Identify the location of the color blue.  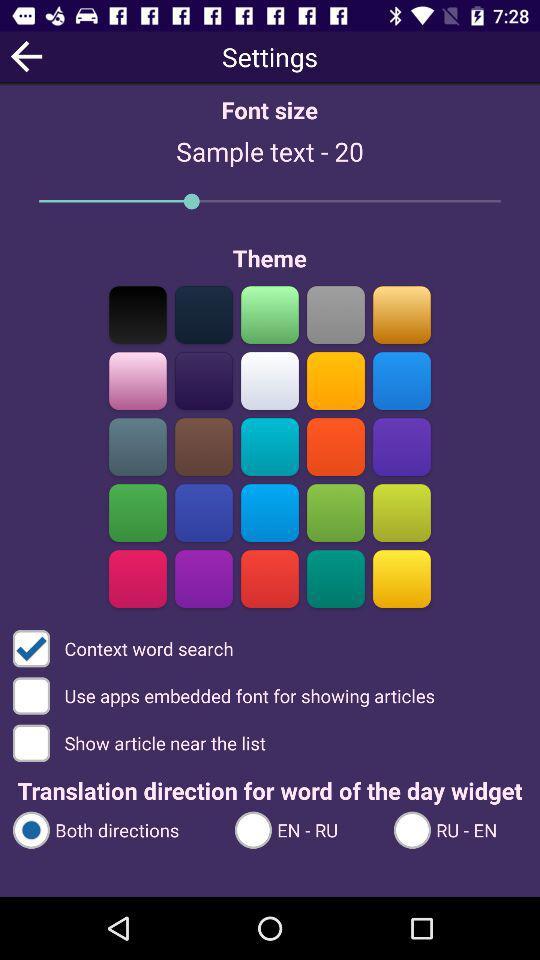
(203, 512).